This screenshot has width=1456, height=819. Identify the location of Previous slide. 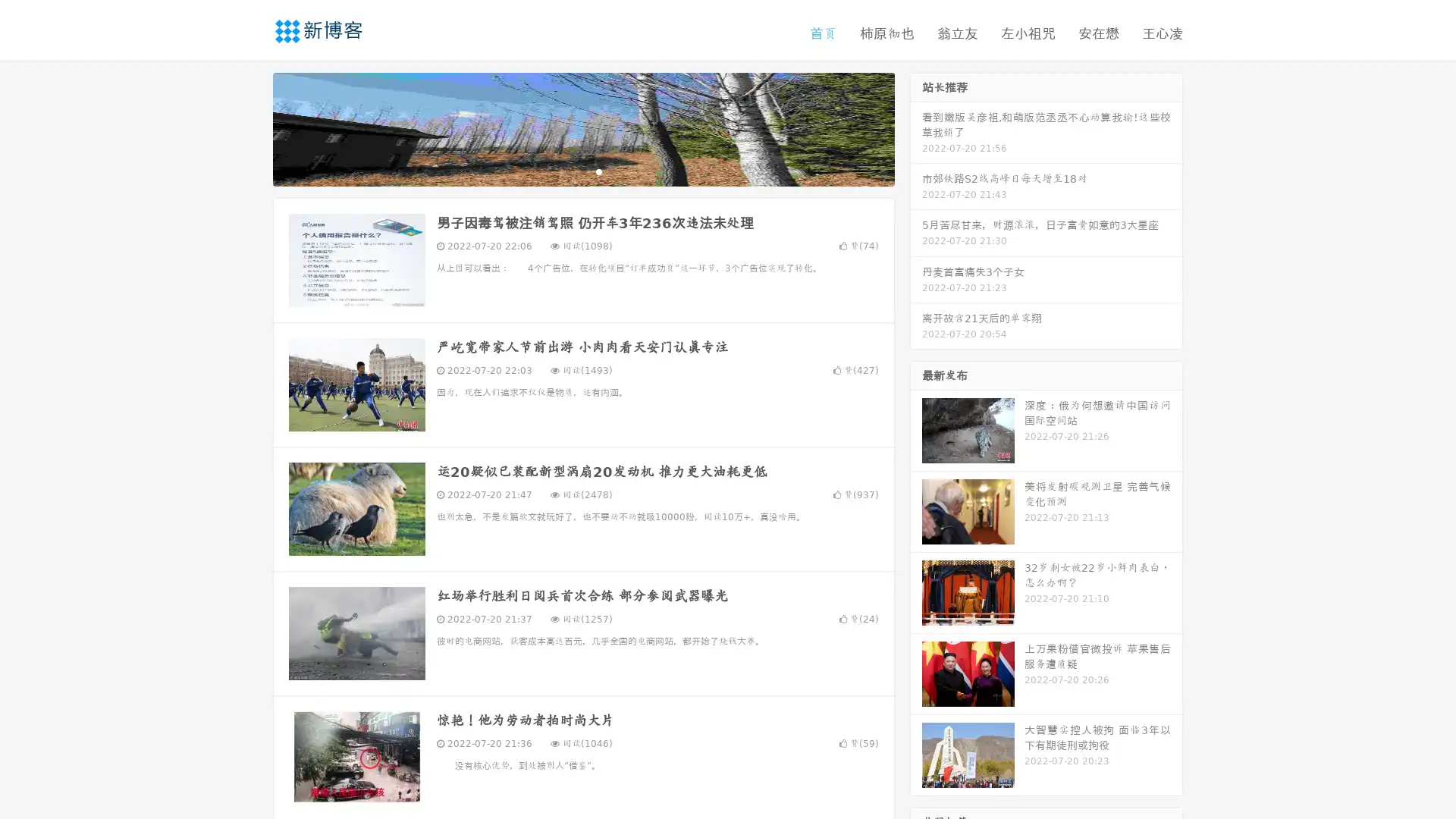
(250, 127).